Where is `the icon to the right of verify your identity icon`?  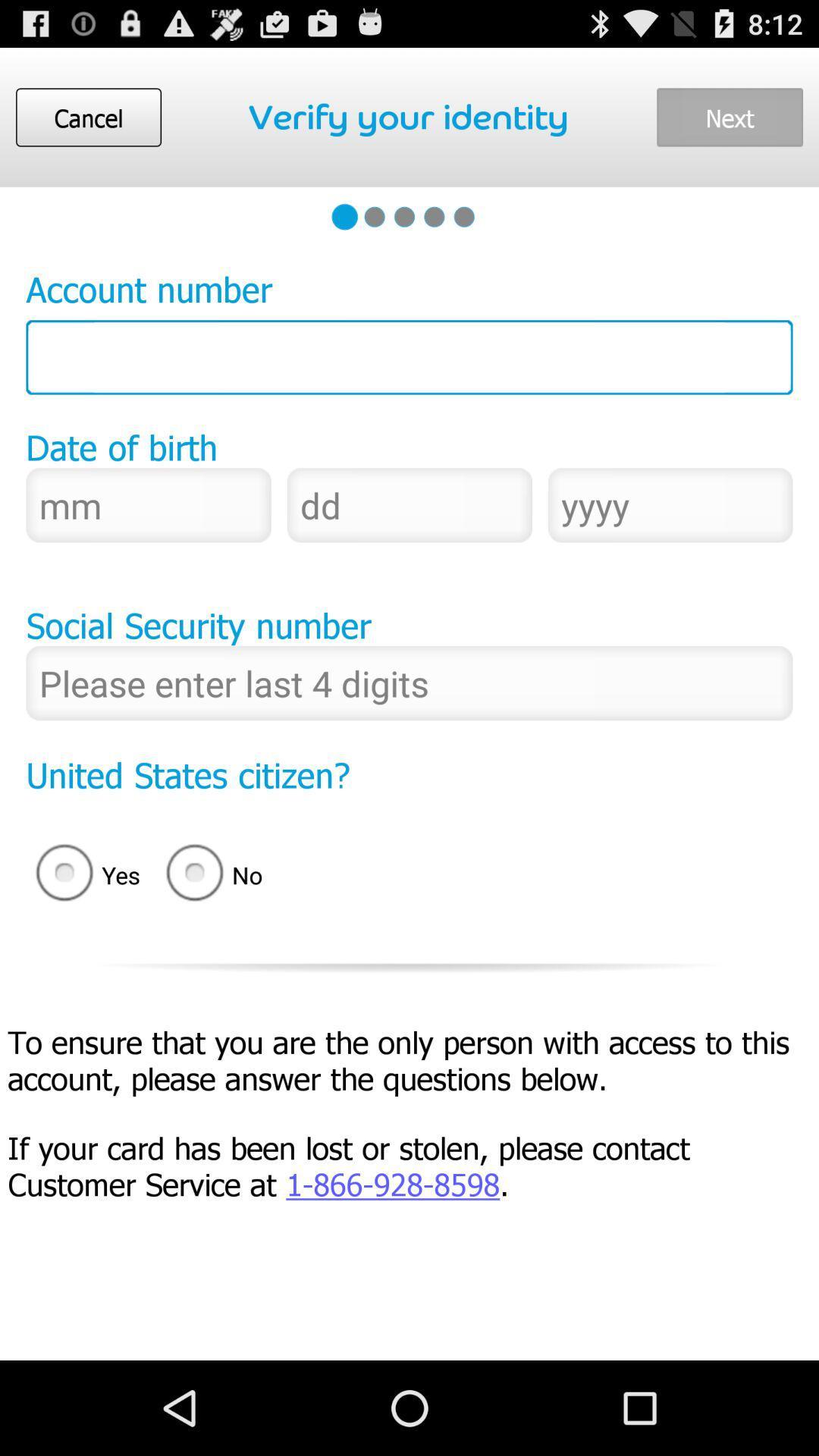 the icon to the right of verify your identity icon is located at coordinates (729, 116).